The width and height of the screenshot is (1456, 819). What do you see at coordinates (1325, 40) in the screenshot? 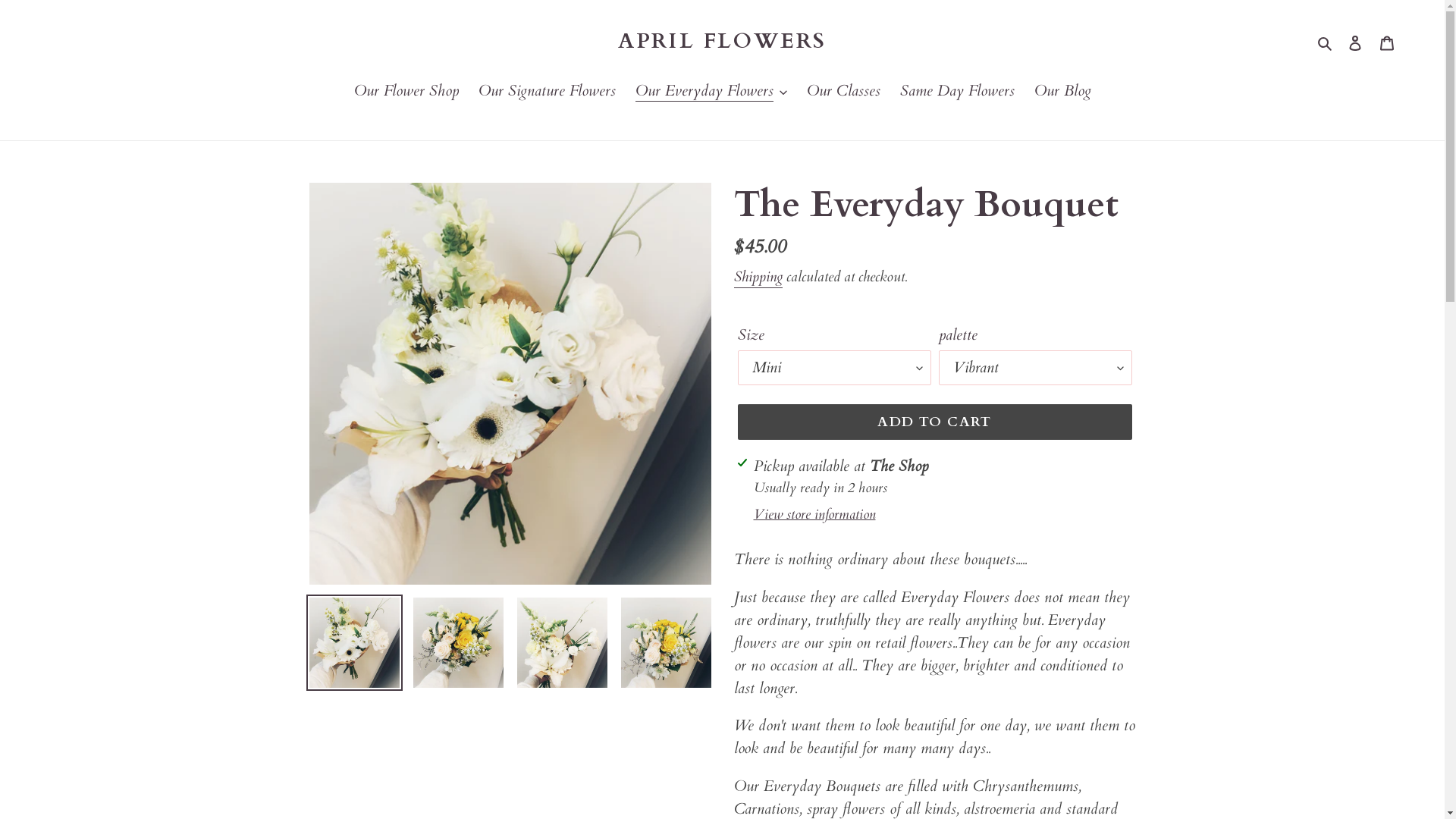
I see `'Search'` at bounding box center [1325, 40].